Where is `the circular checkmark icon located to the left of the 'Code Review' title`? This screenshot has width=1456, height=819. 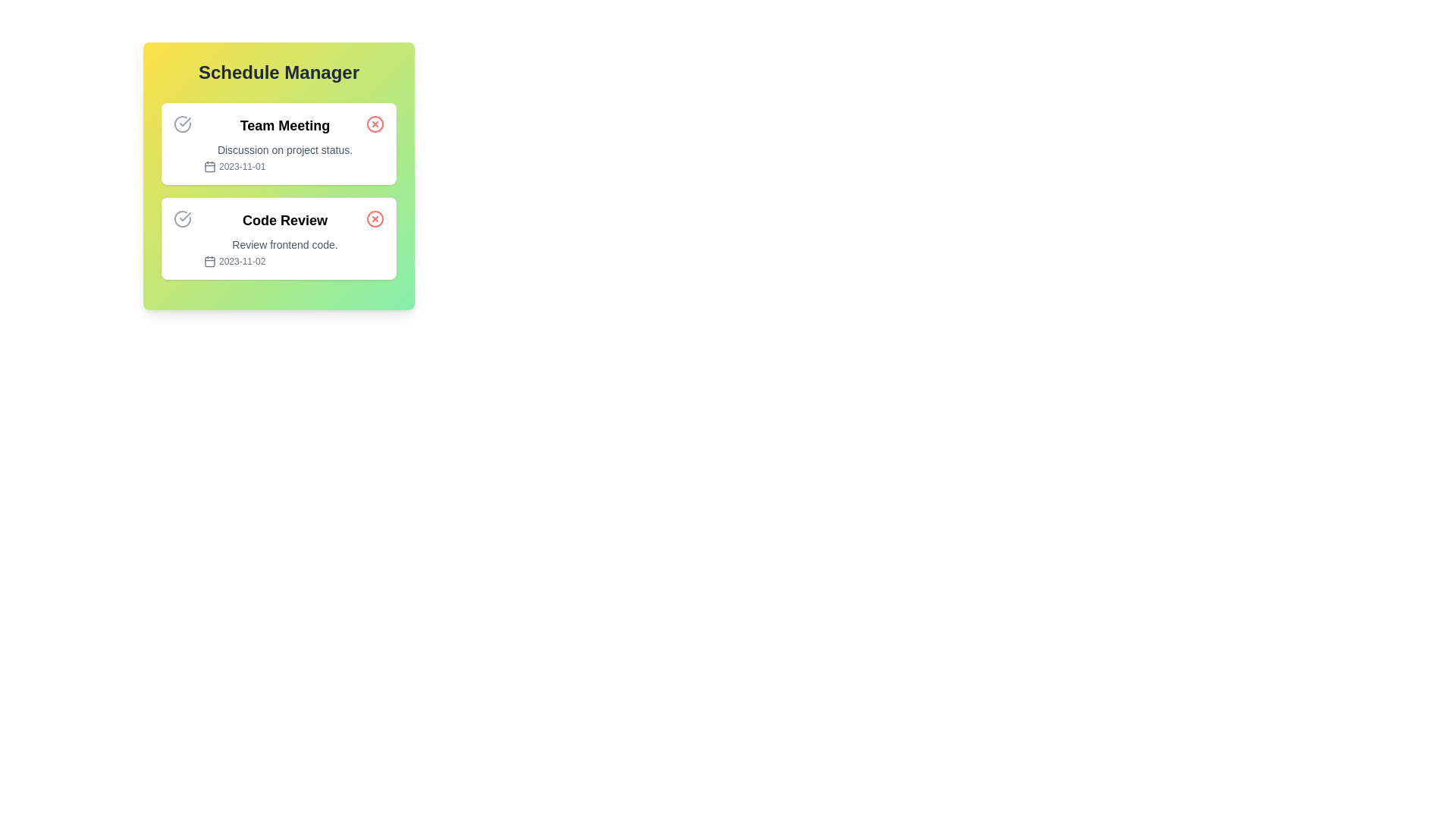
the circular checkmark icon located to the left of the 'Code Review' title is located at coordinates (182, 219).